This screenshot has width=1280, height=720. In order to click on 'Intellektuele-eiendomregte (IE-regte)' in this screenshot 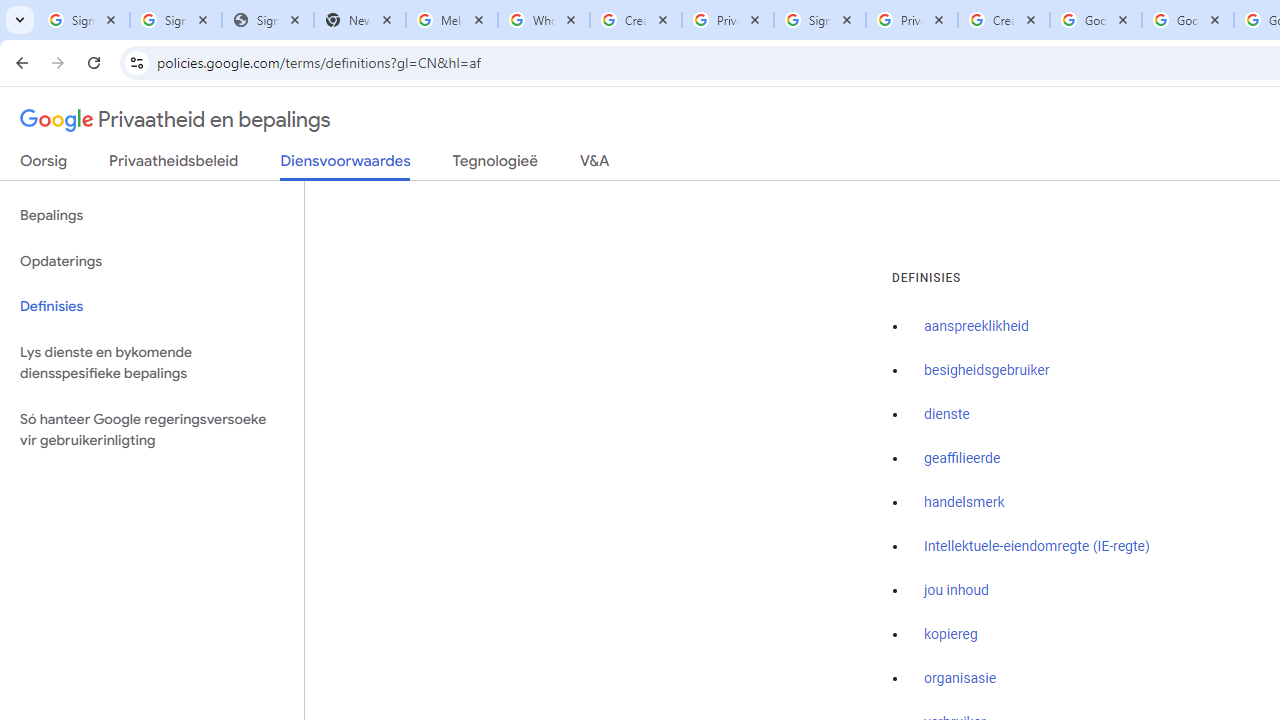, I will do `click(1036, 546)`.